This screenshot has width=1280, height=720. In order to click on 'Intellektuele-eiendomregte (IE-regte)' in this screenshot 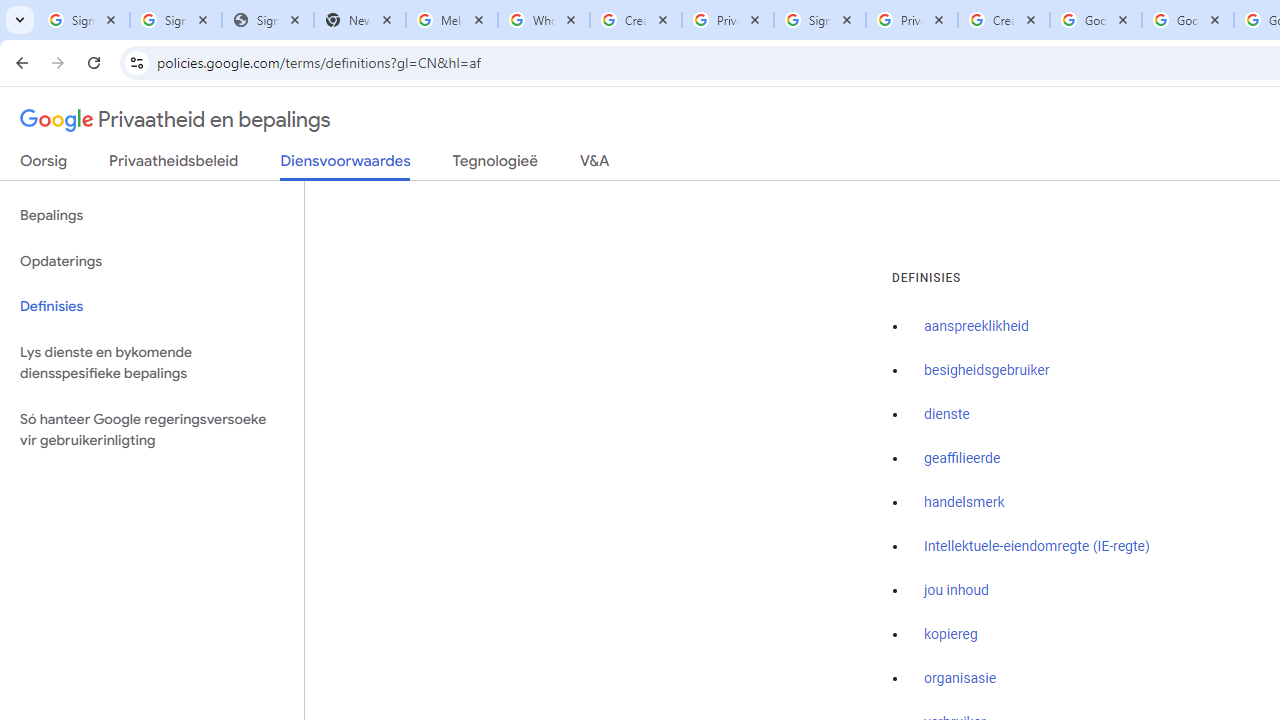, I will do `click(1036, 546)`.